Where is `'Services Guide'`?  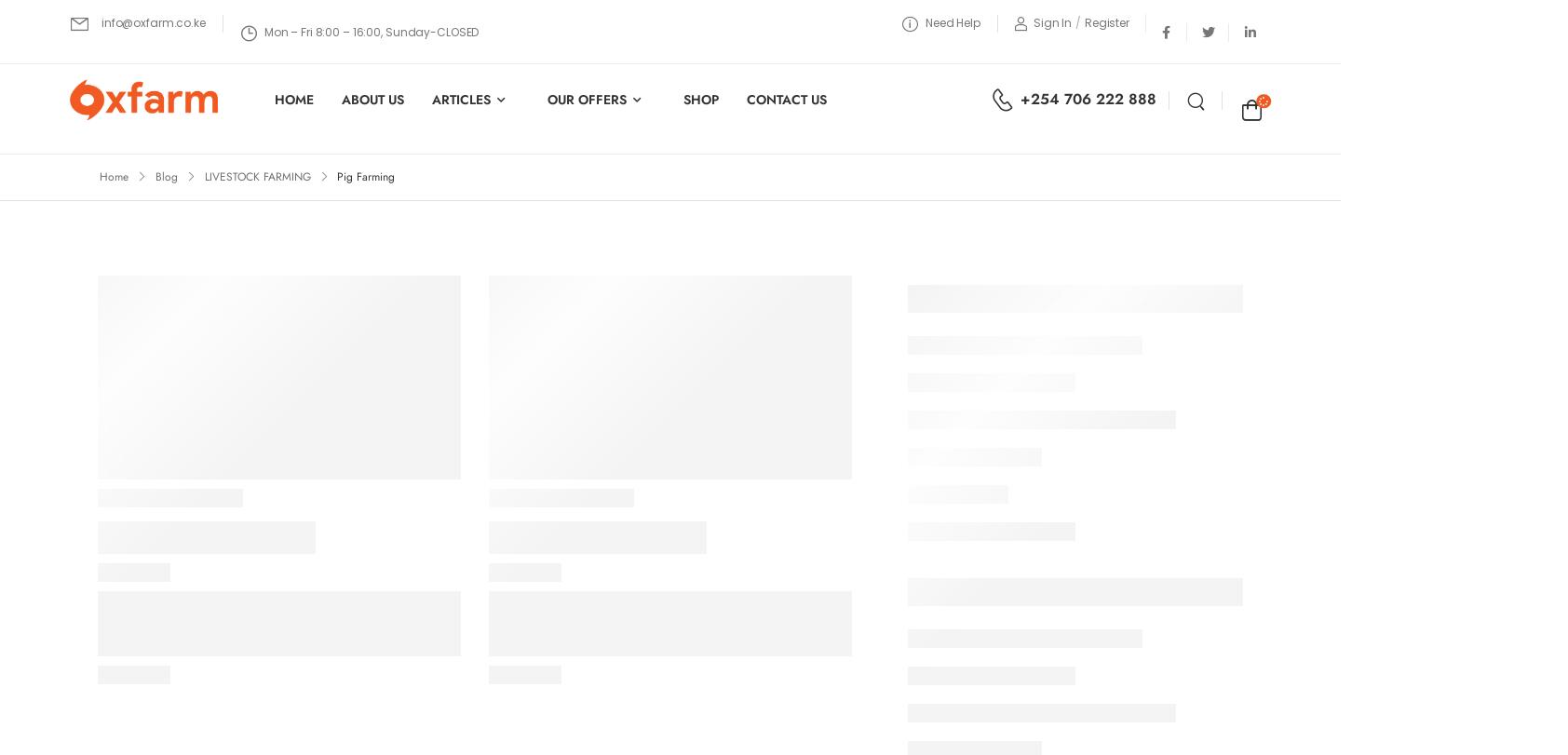 'Services Guide' is located at coordinates (579, 623).